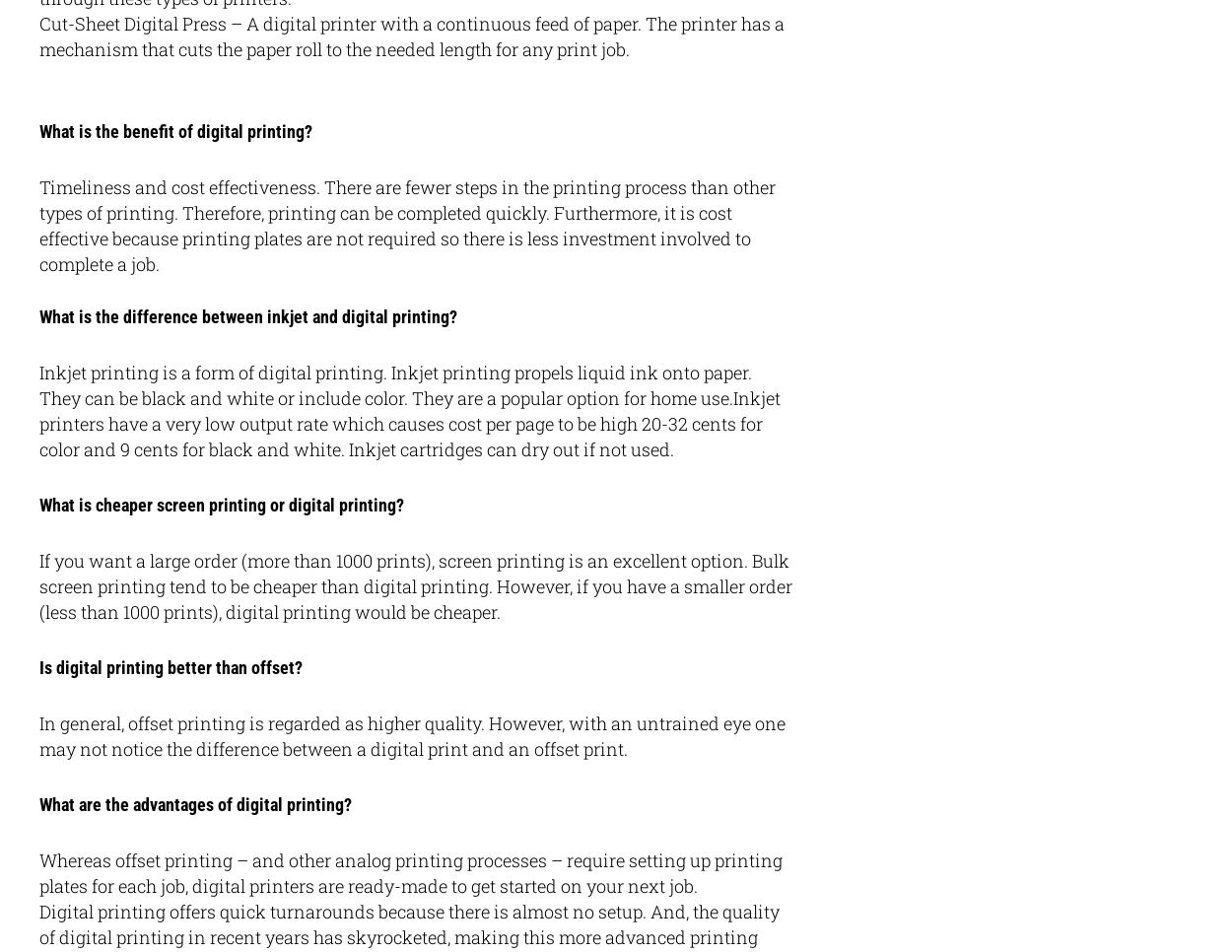 Image resolution: width=1232 pixels, height=952 pixels. What do you see at coordinates (221, 504) in the screenshot?
I see `'What is cheaper screen printing or digital printing?'` at bounding box center [221, 504].